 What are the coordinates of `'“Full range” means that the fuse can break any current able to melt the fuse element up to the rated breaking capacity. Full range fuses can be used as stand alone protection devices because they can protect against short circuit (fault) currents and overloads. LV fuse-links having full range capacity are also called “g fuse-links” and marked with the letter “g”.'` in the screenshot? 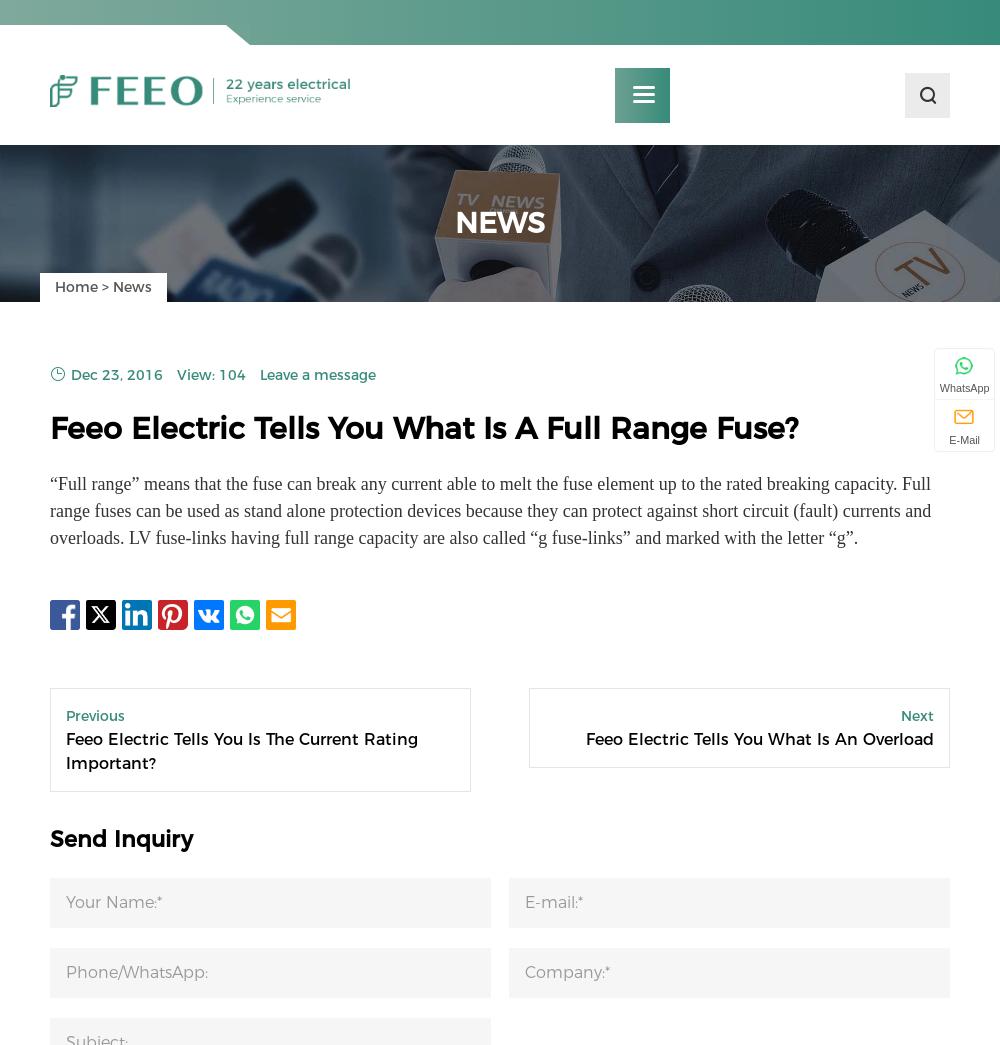 It's located at (489, 518).